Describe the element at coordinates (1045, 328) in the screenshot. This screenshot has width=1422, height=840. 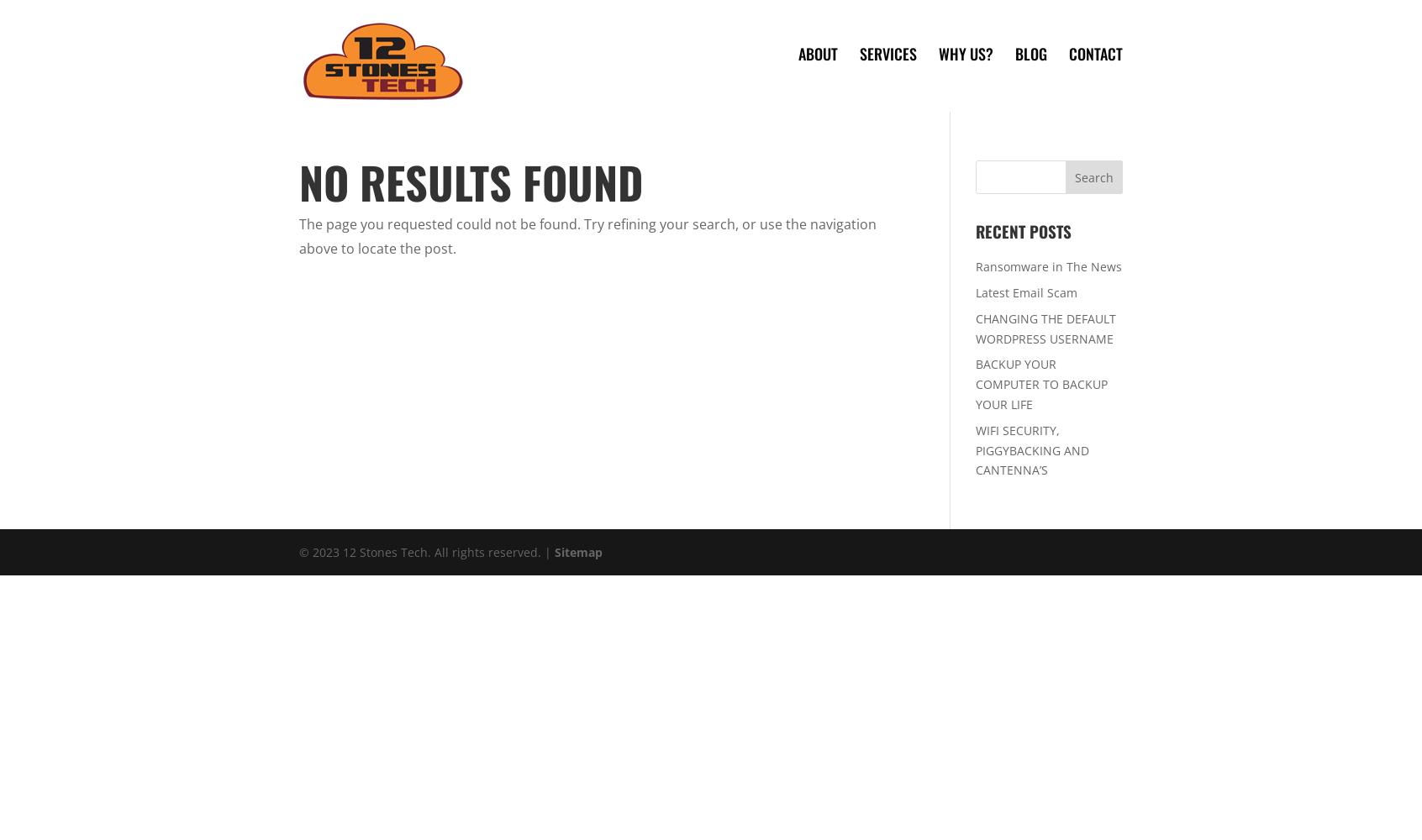
I see `'CHANGING THE DEFAULT WORDPRESS USERNAME'` at that location.